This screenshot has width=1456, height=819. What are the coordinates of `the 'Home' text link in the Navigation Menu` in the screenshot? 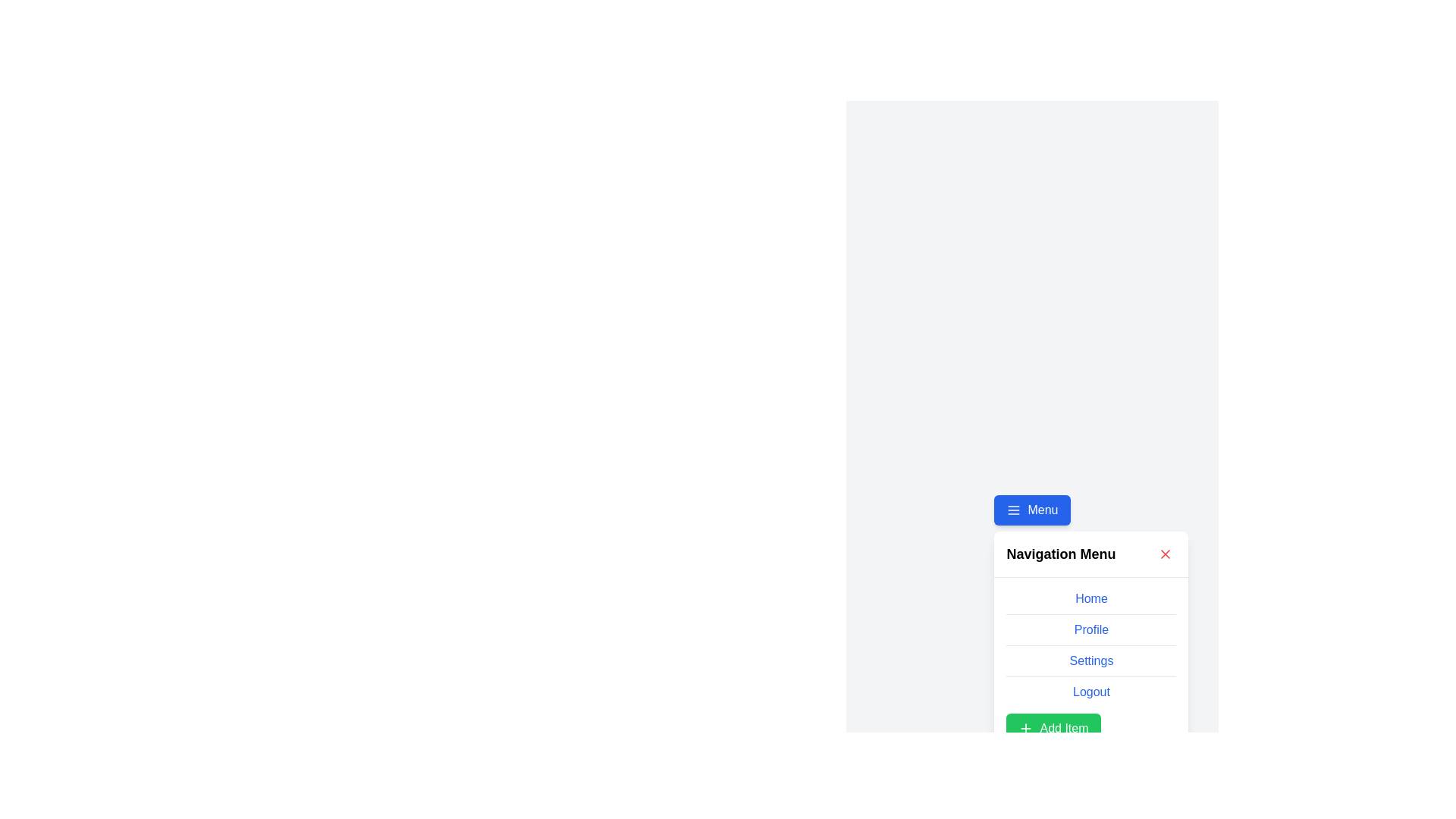 It's located at (1090, 598).